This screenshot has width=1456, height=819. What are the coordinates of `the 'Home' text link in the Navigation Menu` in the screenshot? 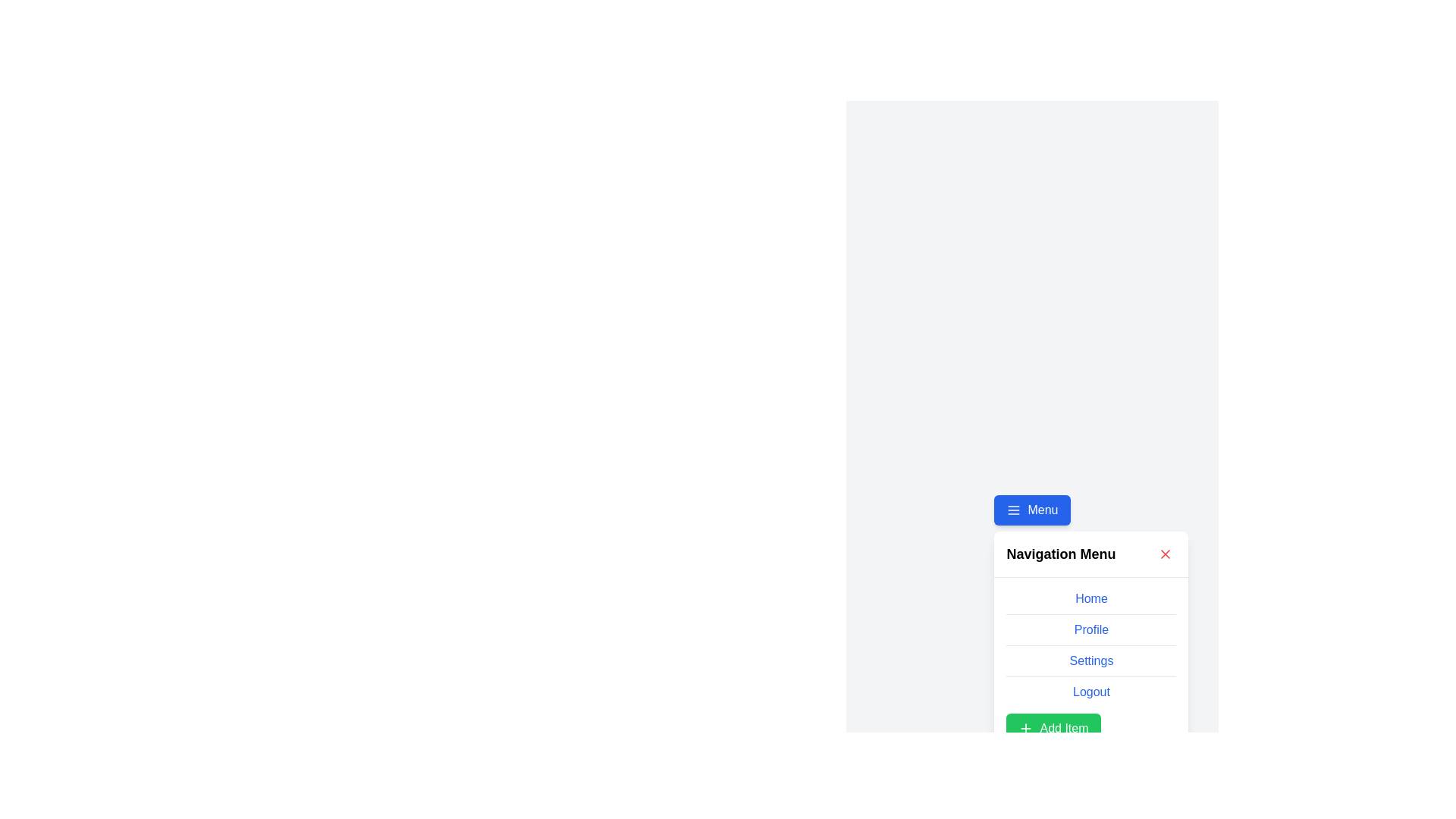 It's located at (1090, 598).